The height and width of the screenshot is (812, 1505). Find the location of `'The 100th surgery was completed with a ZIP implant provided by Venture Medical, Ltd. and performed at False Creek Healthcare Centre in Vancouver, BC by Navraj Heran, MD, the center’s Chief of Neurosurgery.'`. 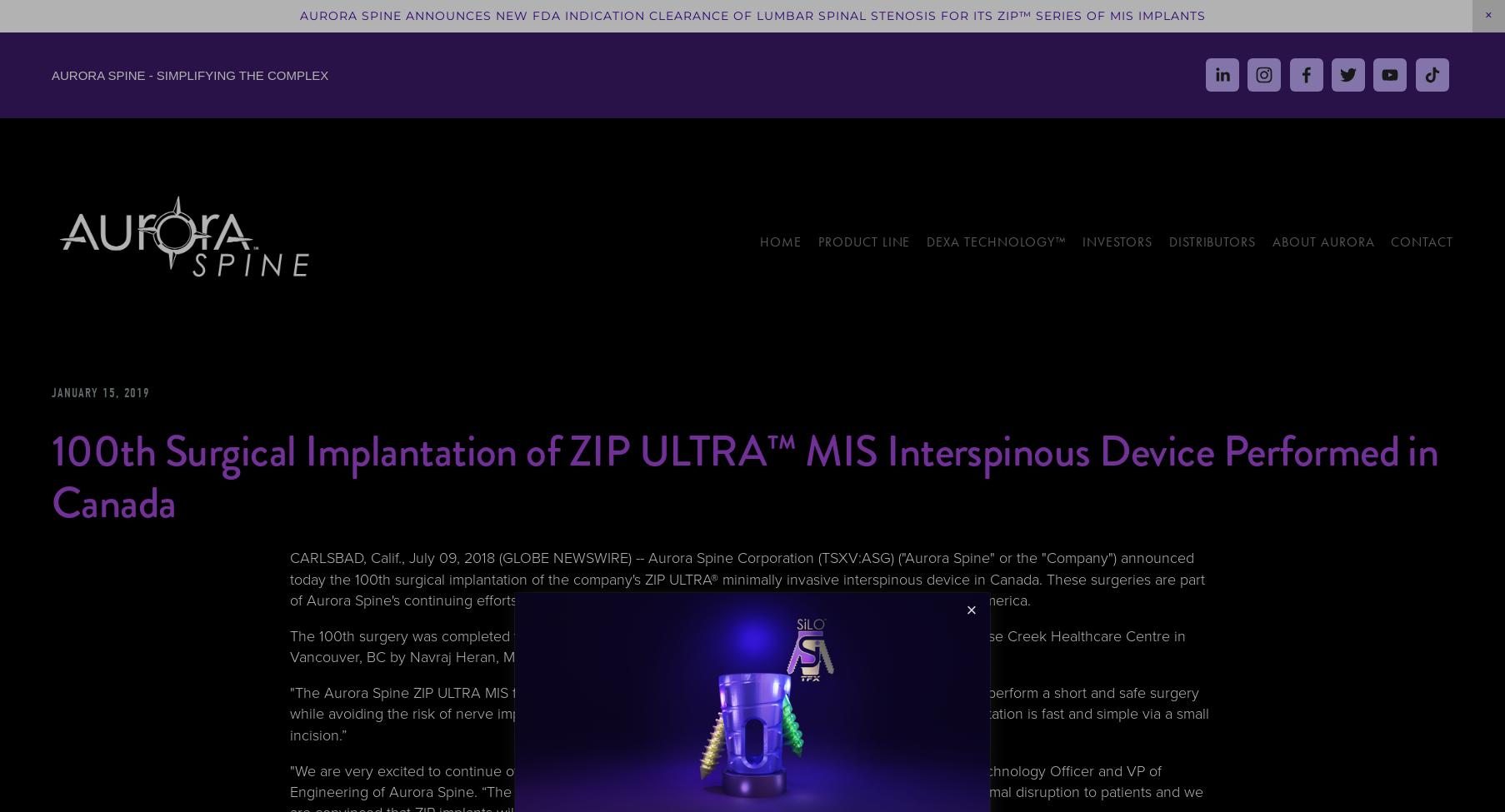

'The 100th surgery was completed with a ZIP implant provided by Venture Medical, Ltd. and performed at False Creek Healthcare Centre in Vancouver, BC by Navraj Heran, MD, the center’s Chief of Neurosurgery.' is located at coordinates (737, 645).